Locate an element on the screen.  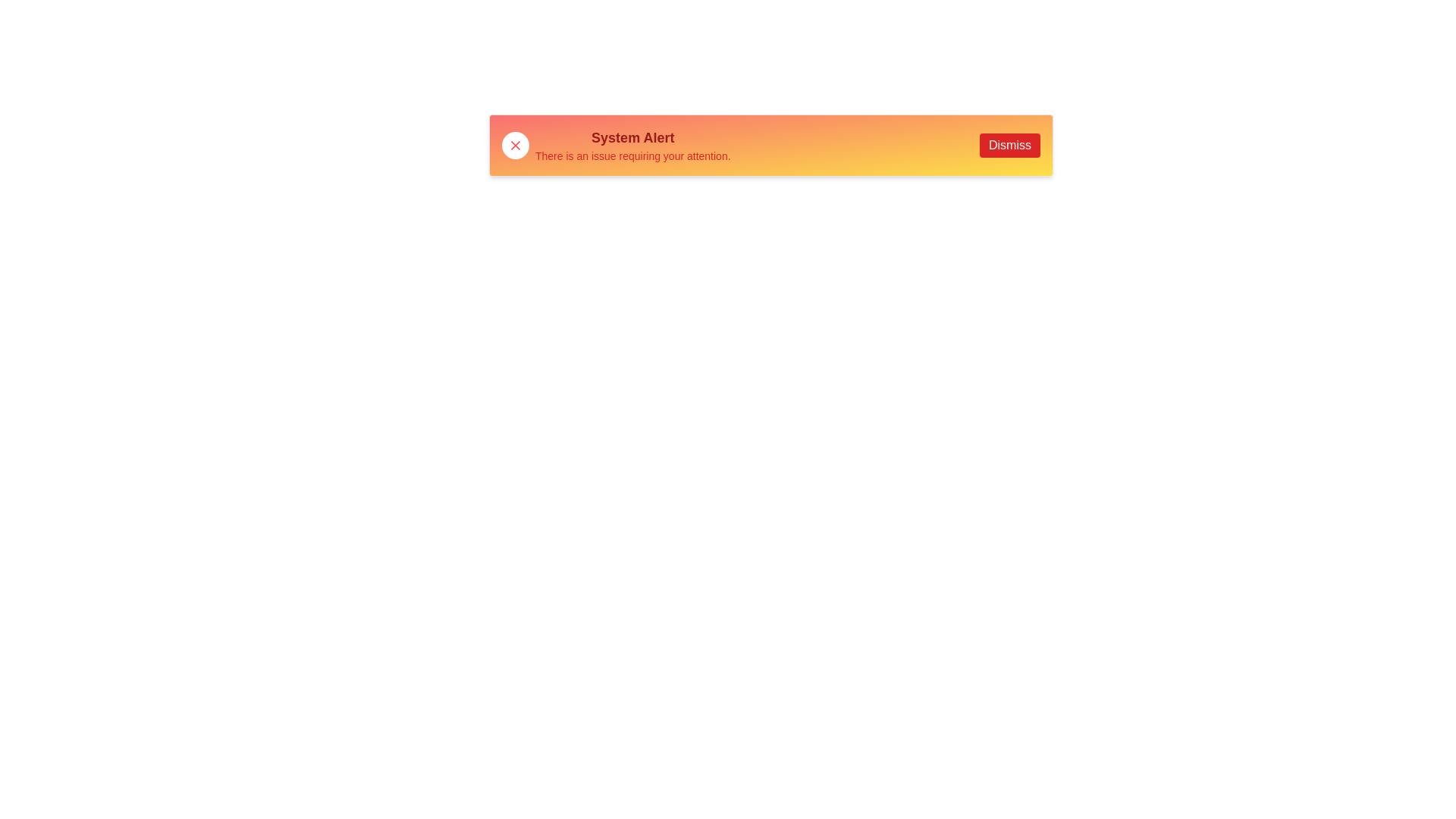
the close icon (red outlined 'X' within a white circular area) on the left side of the orange gradient alert box is located at coordinates (516, 146).